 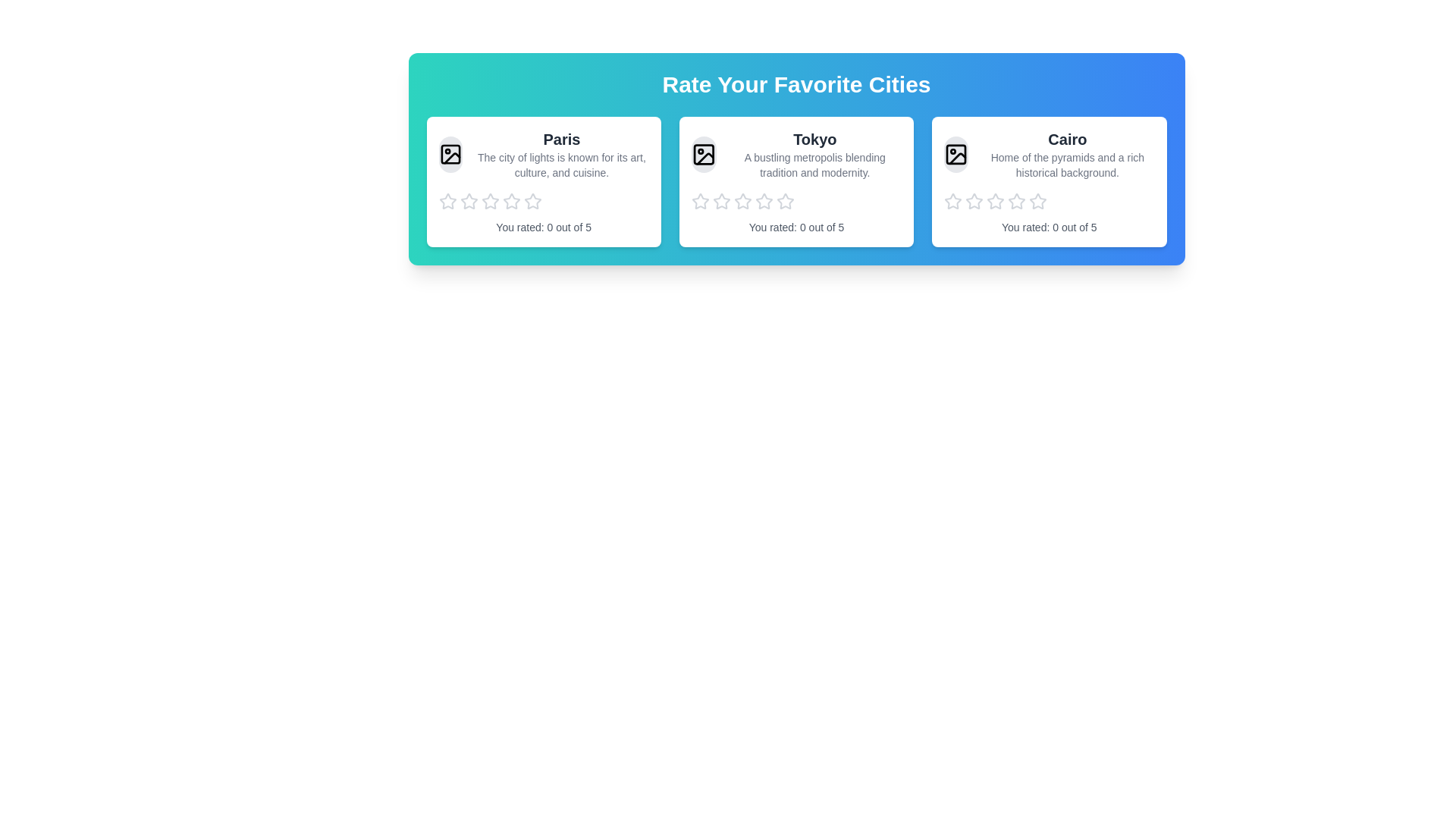 What do you see at coordinates (955, 155) in the screenshot?
I see `the circular illustrative icon or placeholder image located at the top-left corner of the Cairo card, which features a light gray background and a black outline, positioned directly to the left of the text 'Cairo'` at bounding box center [955, 155].